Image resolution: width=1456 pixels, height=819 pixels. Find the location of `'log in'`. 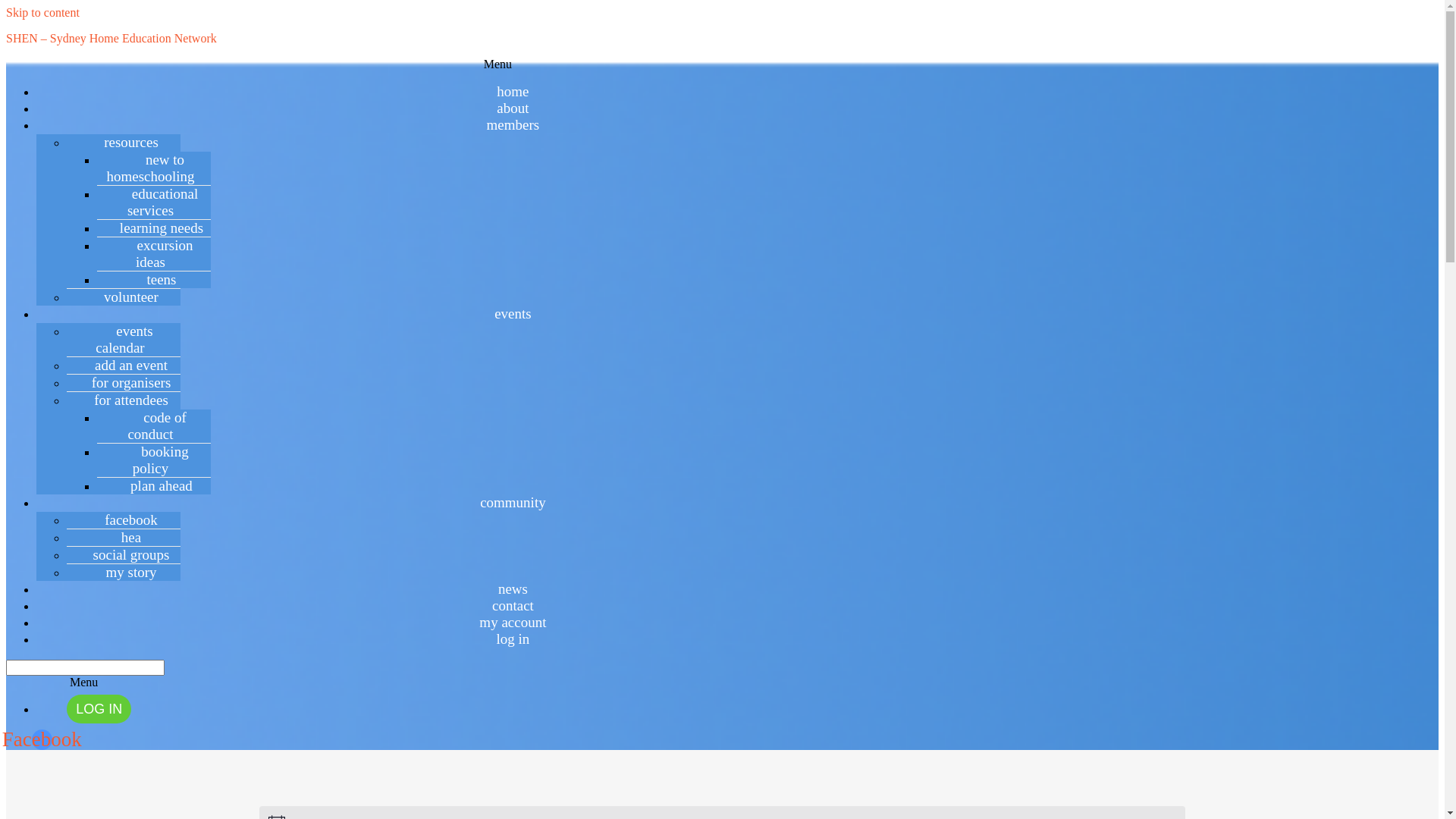

'log in' is located at coordinates (513, 639).